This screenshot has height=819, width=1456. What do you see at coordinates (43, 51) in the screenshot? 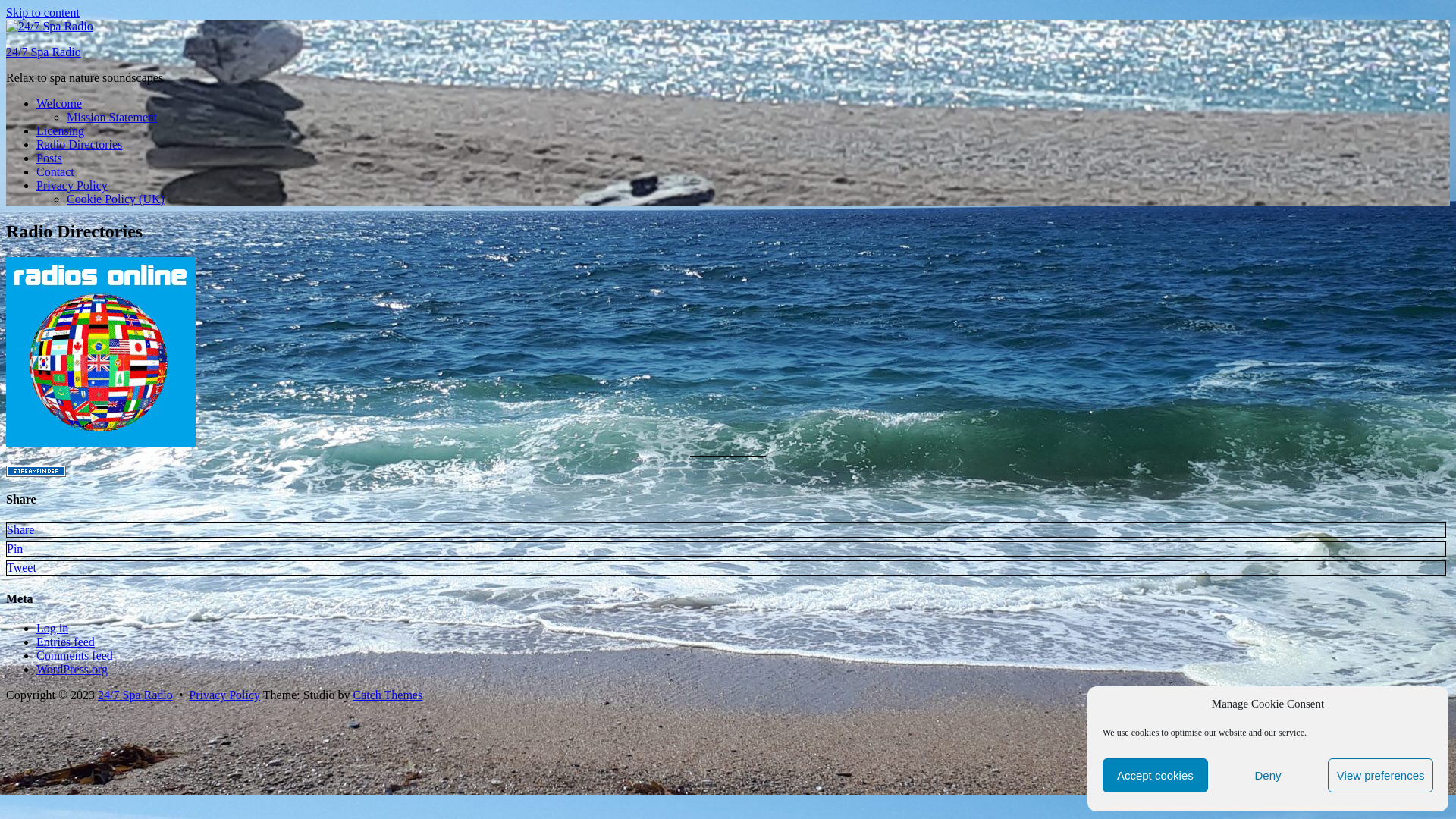
I see `'24/7 Spa Radio'` at bounding box center [43, 51].